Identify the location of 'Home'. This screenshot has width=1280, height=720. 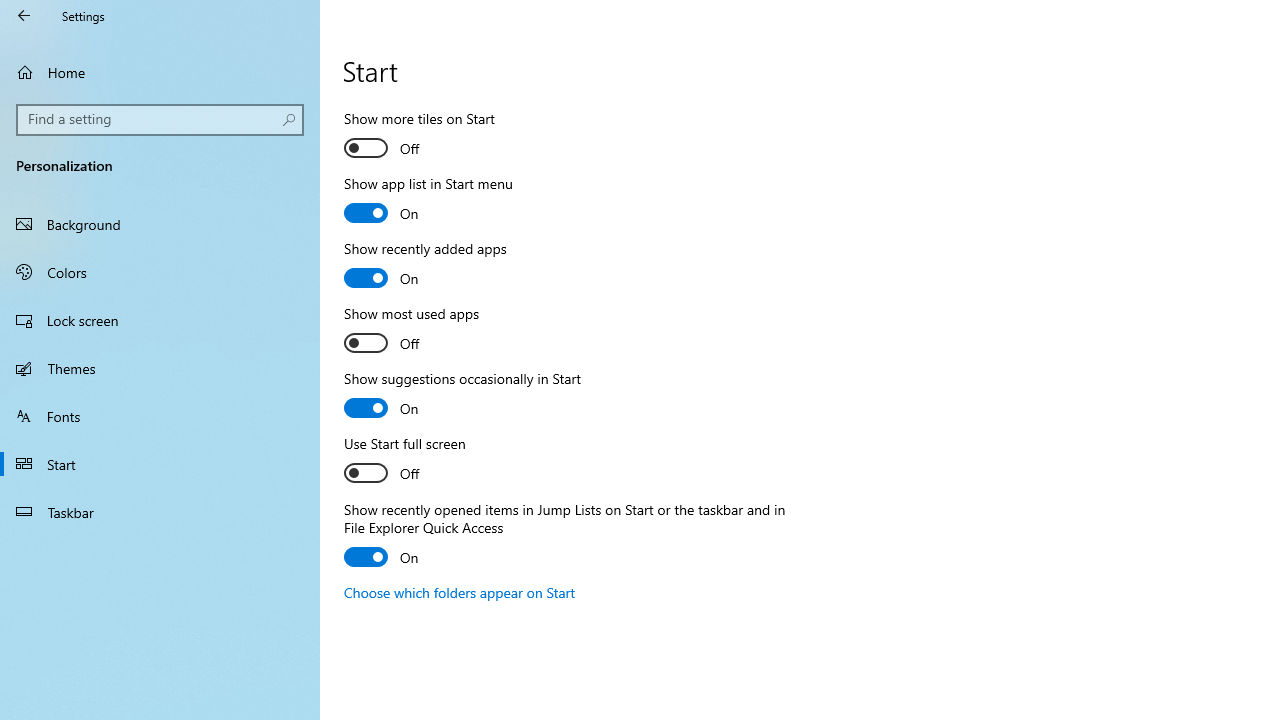
(160, 71).